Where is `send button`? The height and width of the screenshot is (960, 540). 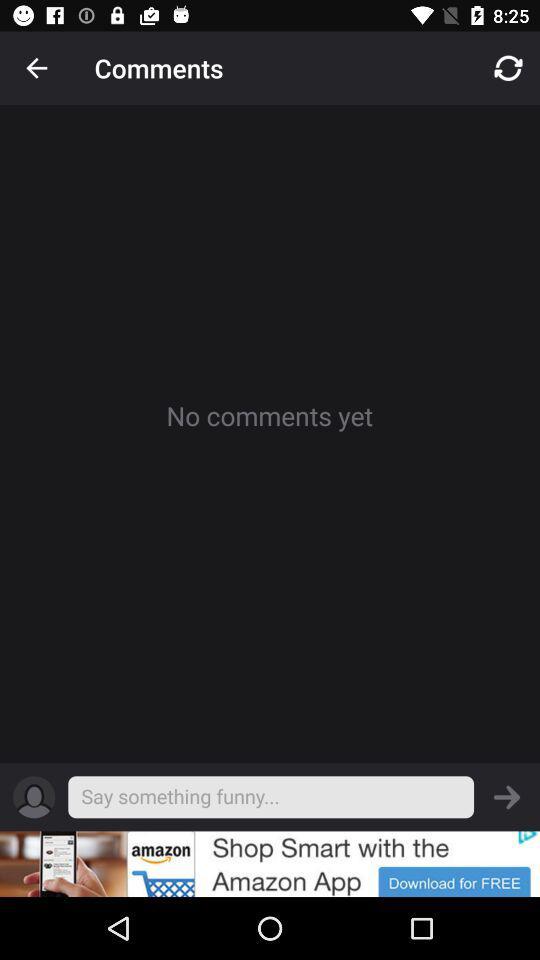
send button is located at coordinates (507, 797).